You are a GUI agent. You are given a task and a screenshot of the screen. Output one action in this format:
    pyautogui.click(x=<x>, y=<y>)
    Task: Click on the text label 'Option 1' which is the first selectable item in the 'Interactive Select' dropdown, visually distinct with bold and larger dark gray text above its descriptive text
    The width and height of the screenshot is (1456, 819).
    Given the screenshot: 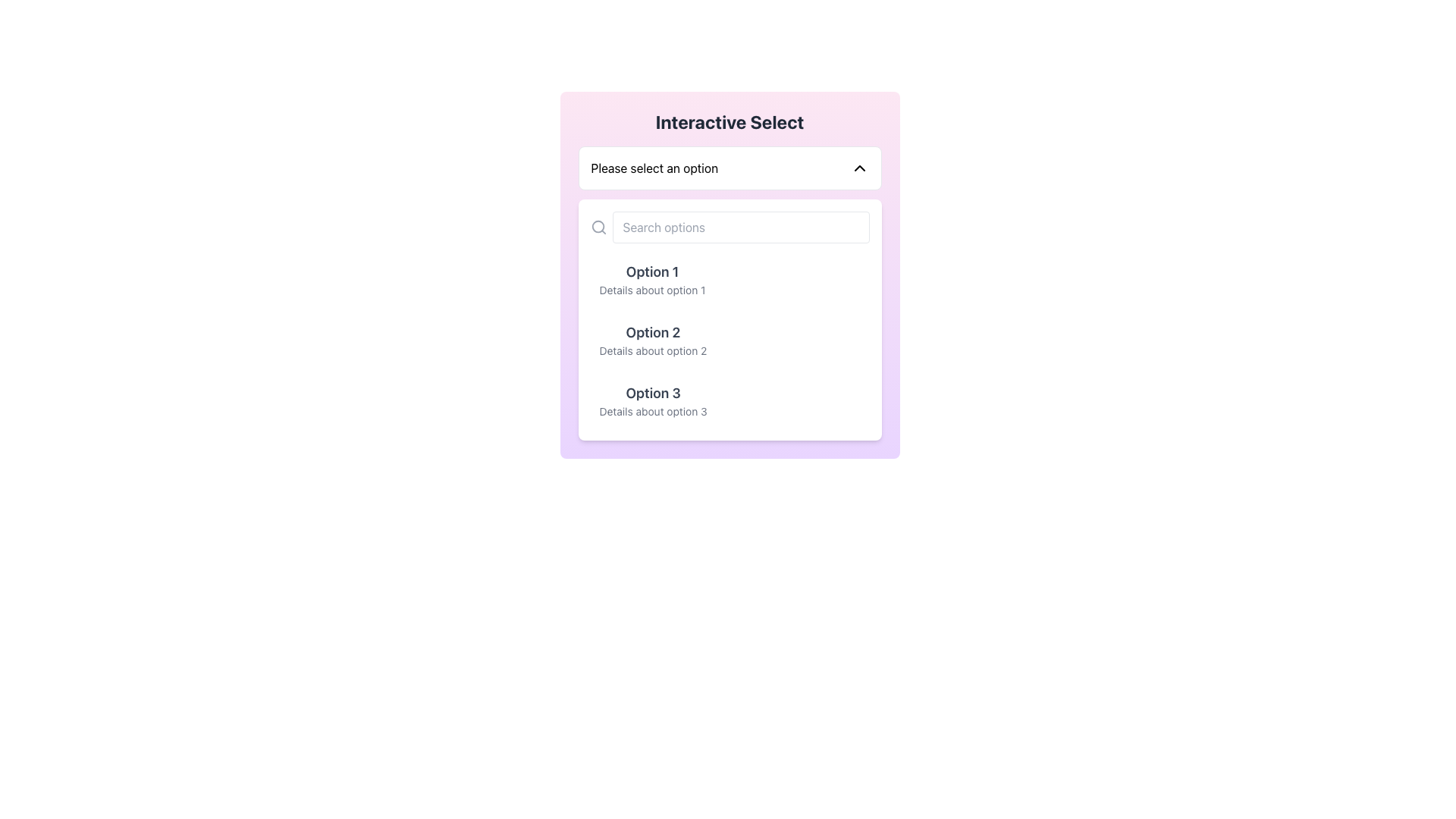 What is the action you would take?
    pyautogui.click(x=652, y=271)
    